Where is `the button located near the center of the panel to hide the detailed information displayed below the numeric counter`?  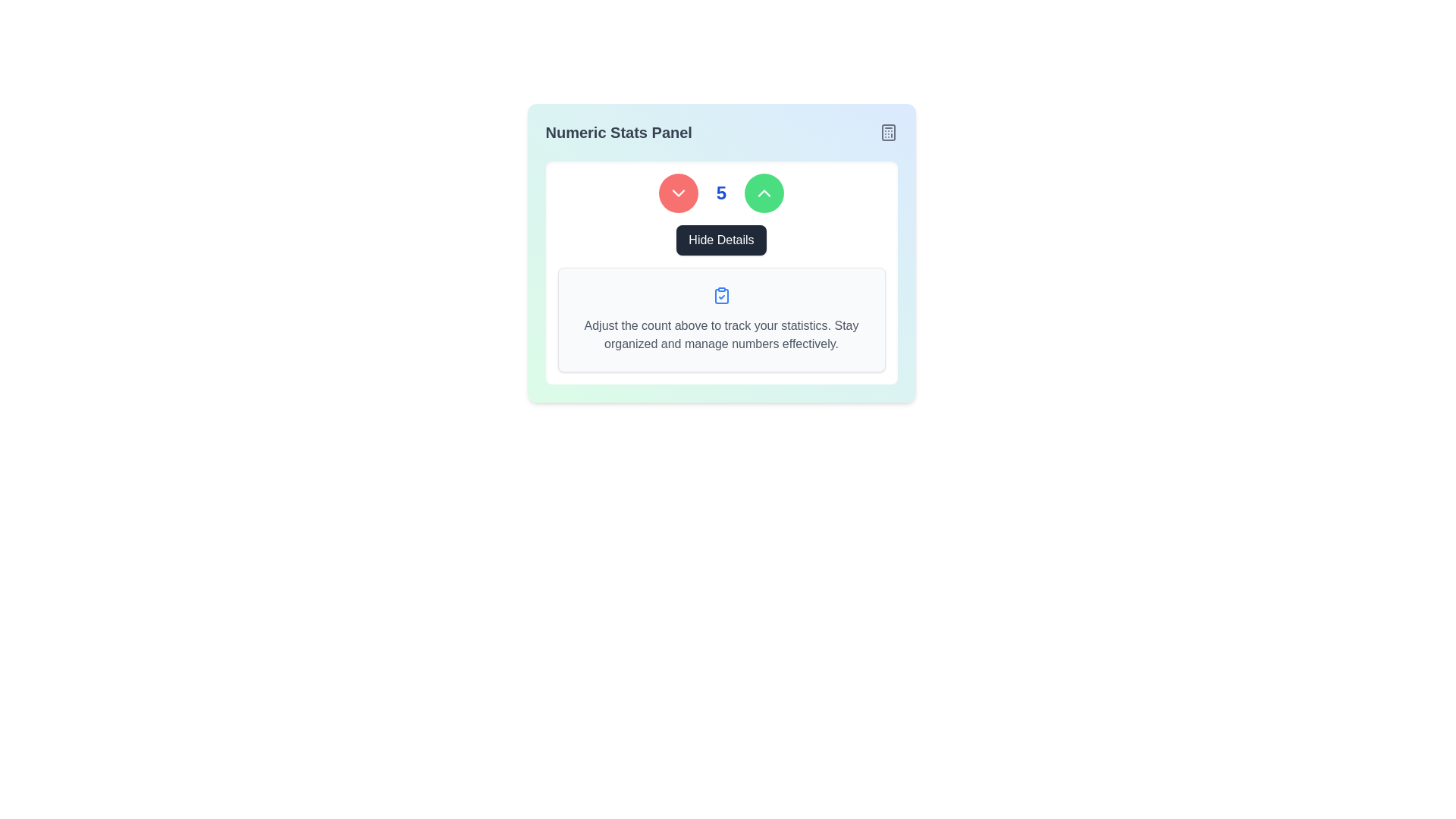 the button located near the center of the panel to hide the detailed information displayed below the numeric counter is located at coordinates (720, 239).